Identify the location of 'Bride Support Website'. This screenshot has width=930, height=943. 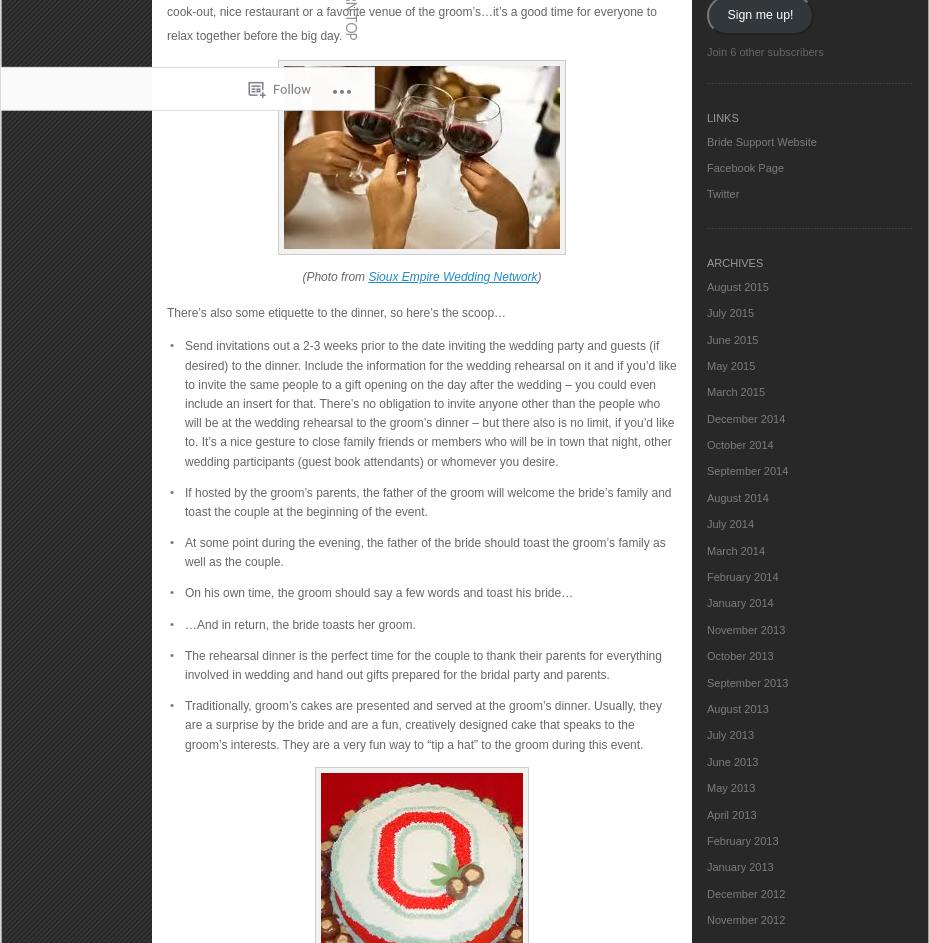
(761, 140).